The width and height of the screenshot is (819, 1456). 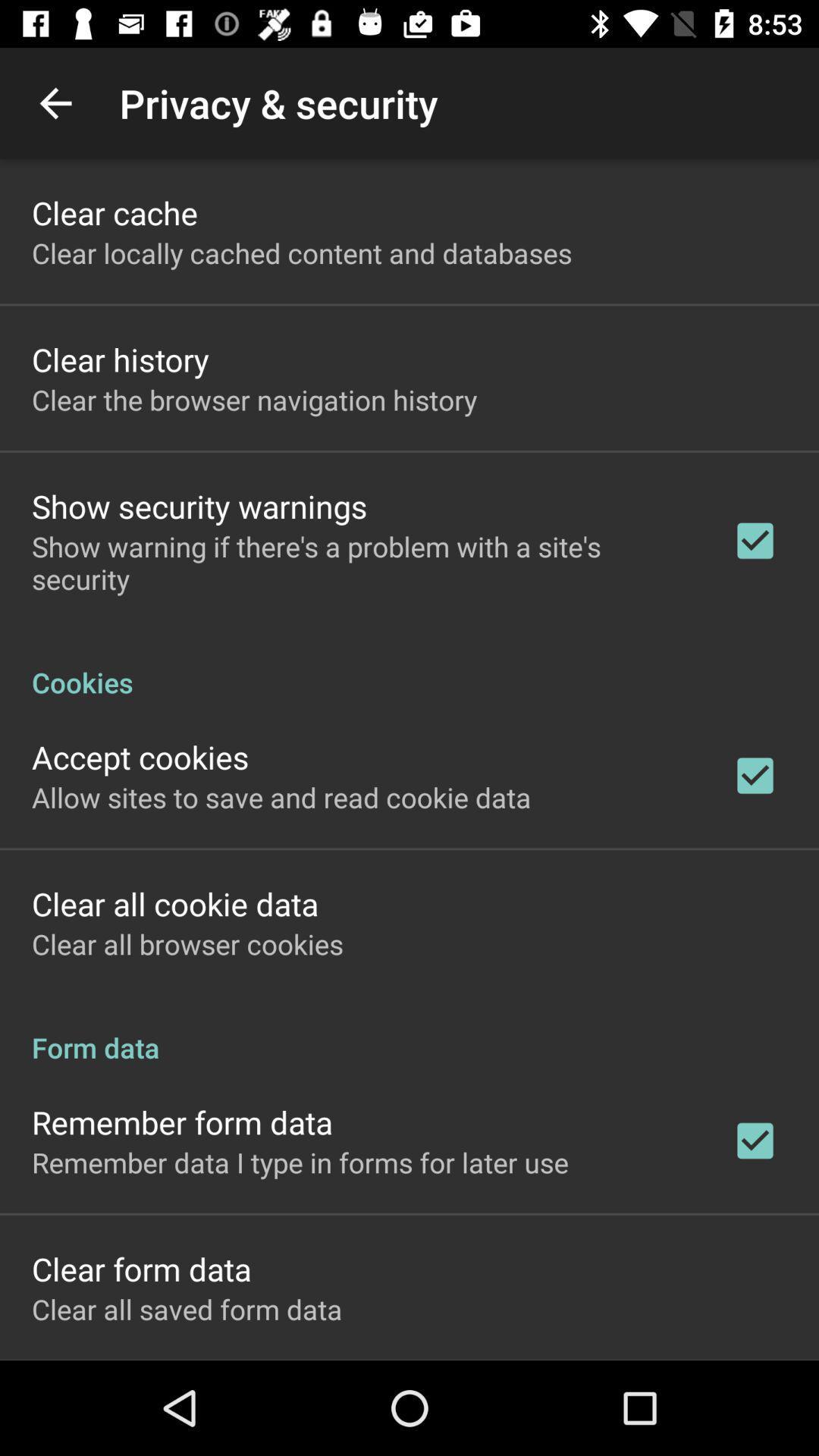 I want to click on the app above cookies app, so click(x=362, y=562).